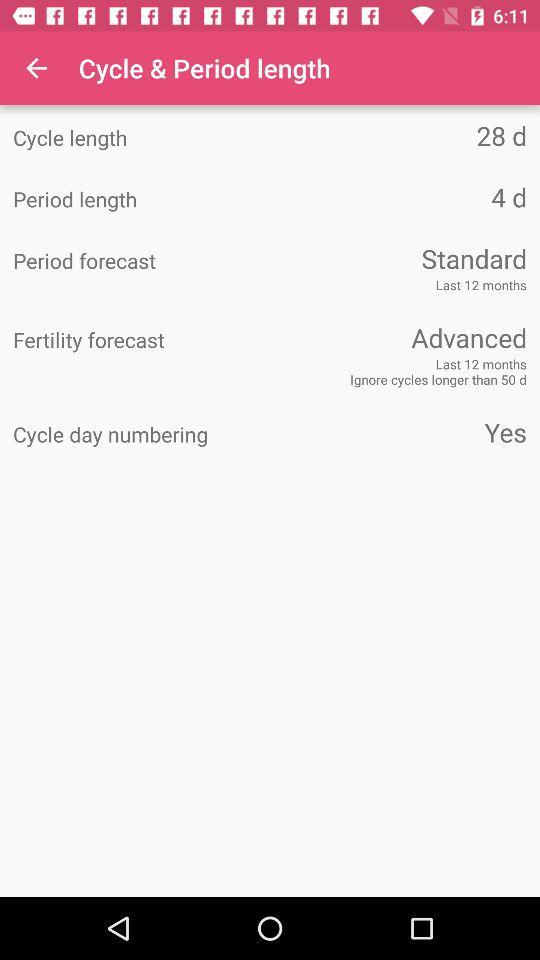 The height and width of the screenshot is (960, 540). What do you see at coordinates (398, 257) in the screenshot?
I see `icon to the right of the period forecast item` at bounding box center [398, 257].